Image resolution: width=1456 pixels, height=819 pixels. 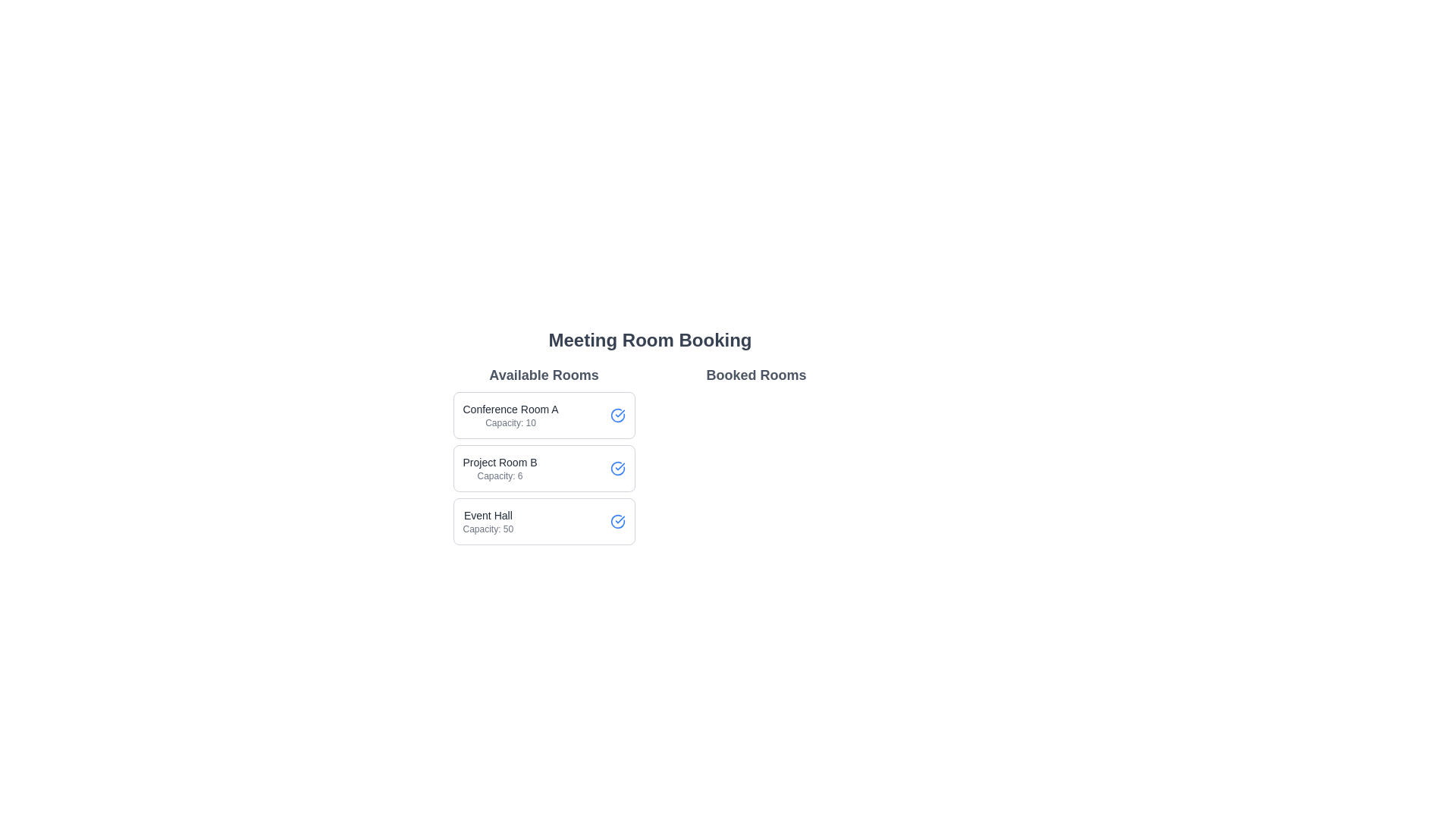 I want to click on the card representing 'Conference Room A', so click(x=544, y=415).